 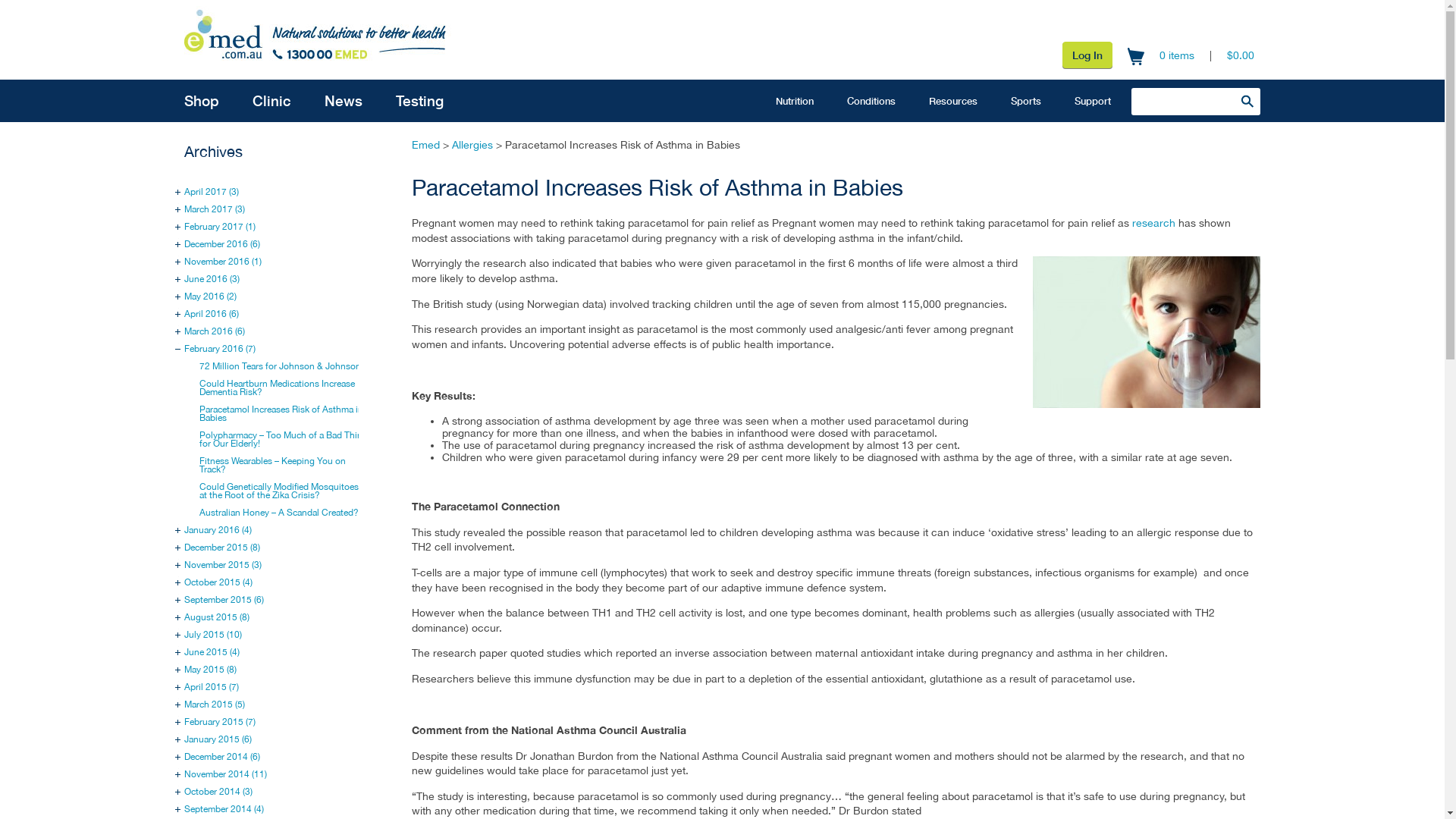 What do you see at coordinates (184, 581) in the screenshot?
I see `'October 2015 (4)'` at bounding box center [184, 581].